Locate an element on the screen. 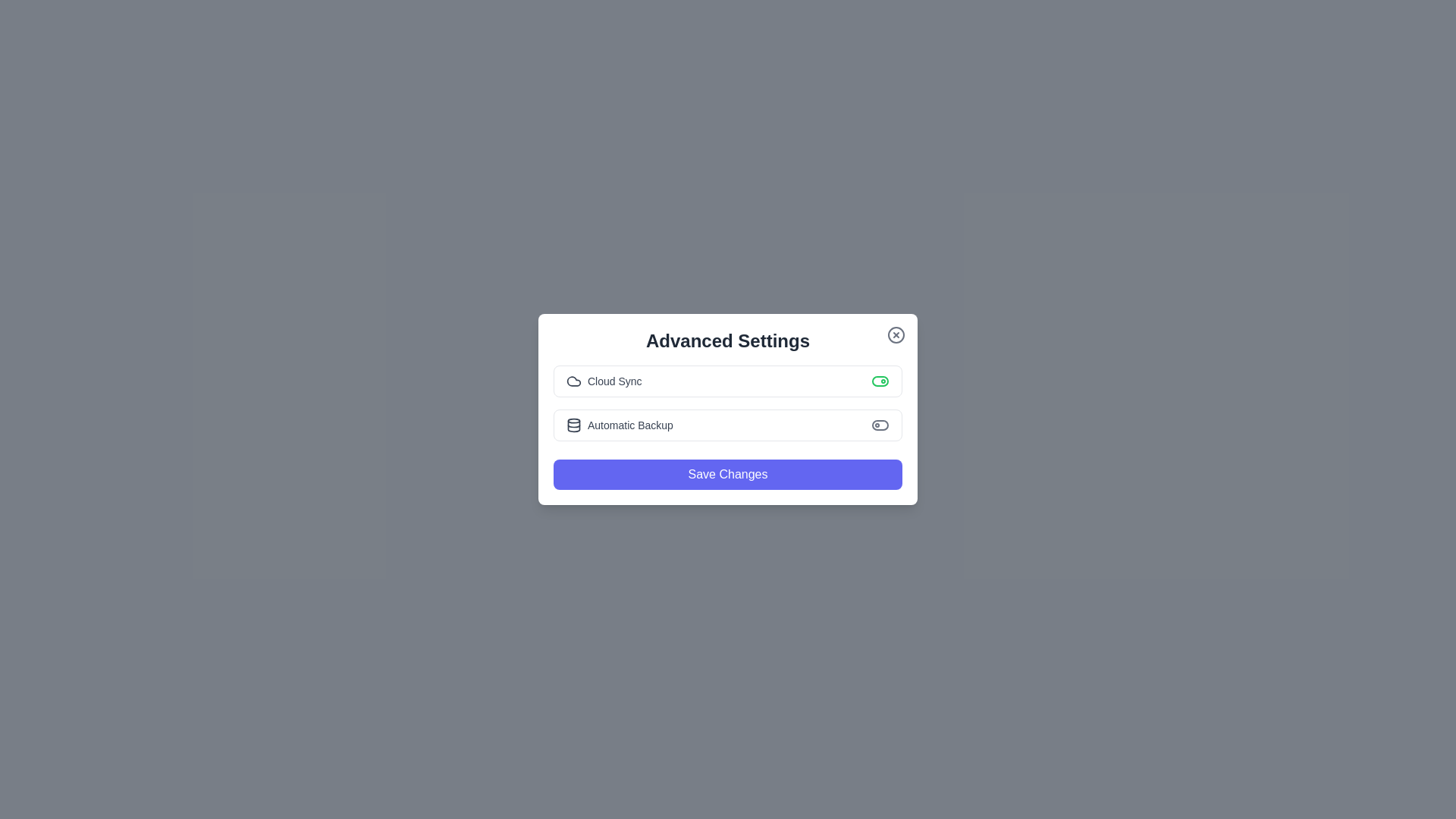 The height and width of the screenshot is (819, 1456). the toggle switch for 'Cloud Sync', which is styled with rounded edges and has a green active state is located at coordinates (880, 380).